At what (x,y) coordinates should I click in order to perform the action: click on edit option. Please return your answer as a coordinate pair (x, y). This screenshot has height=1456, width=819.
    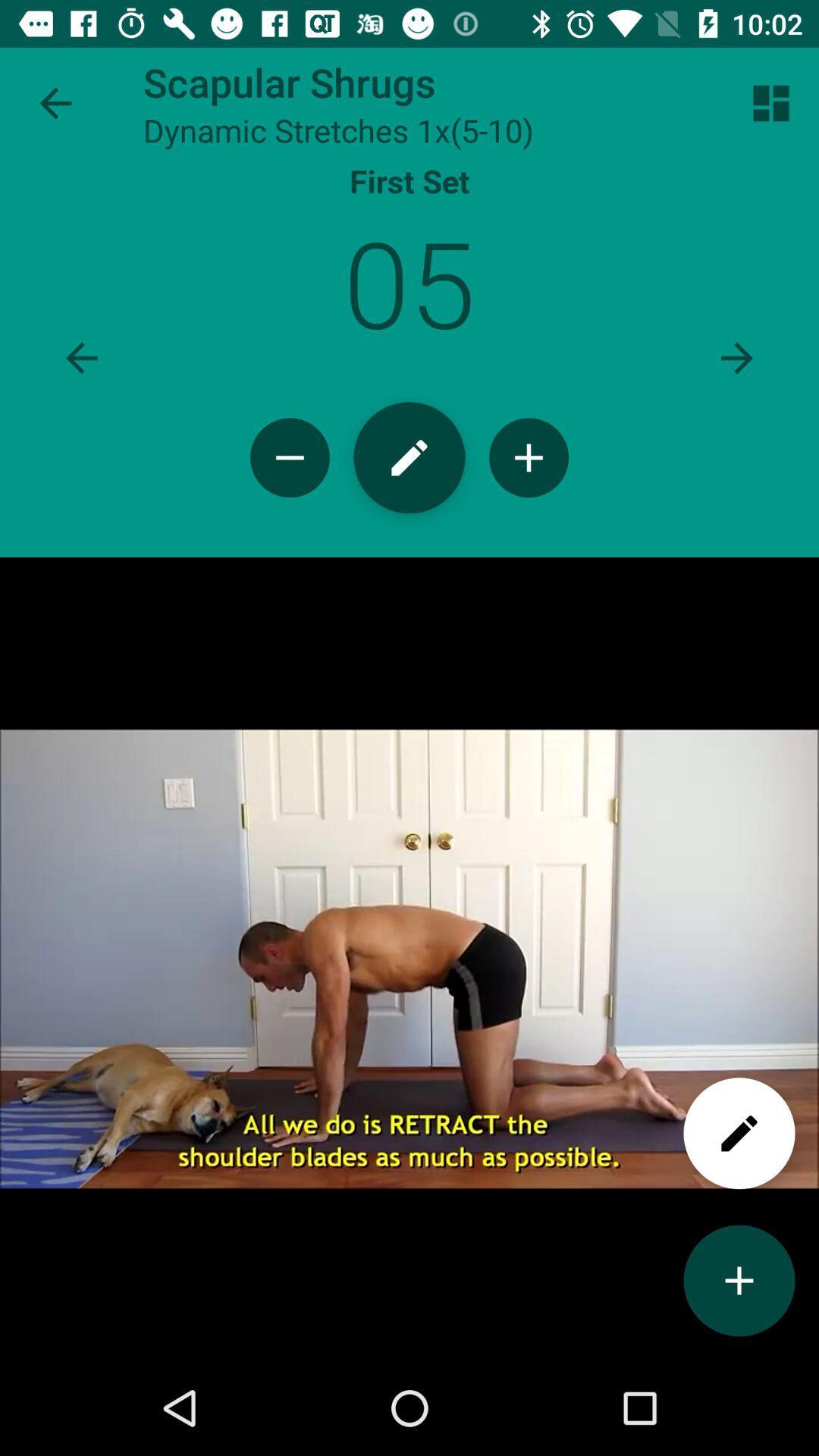
    Looking at the image, I should click on (739, 1133).